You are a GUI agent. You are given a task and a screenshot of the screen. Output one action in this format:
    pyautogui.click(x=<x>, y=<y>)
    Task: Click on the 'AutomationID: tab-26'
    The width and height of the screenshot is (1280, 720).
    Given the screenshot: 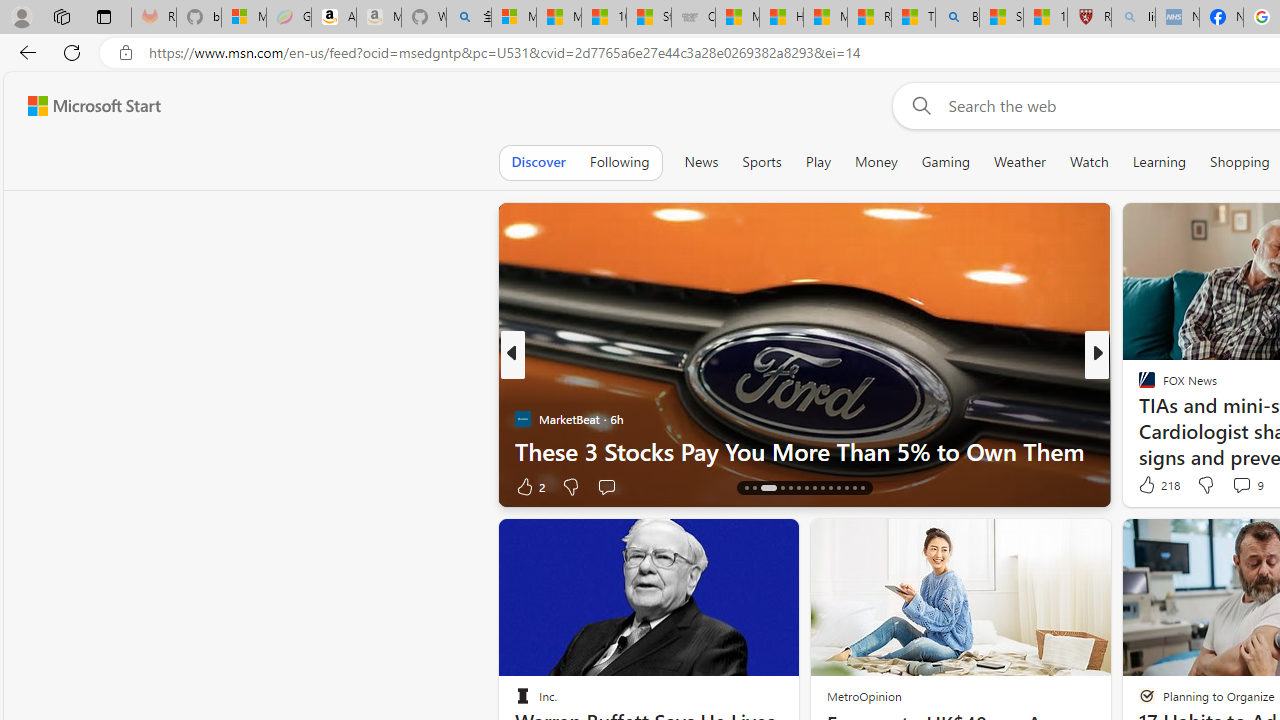 What is the action you would take?
    pyautogui.click(x=846, y=488)
    